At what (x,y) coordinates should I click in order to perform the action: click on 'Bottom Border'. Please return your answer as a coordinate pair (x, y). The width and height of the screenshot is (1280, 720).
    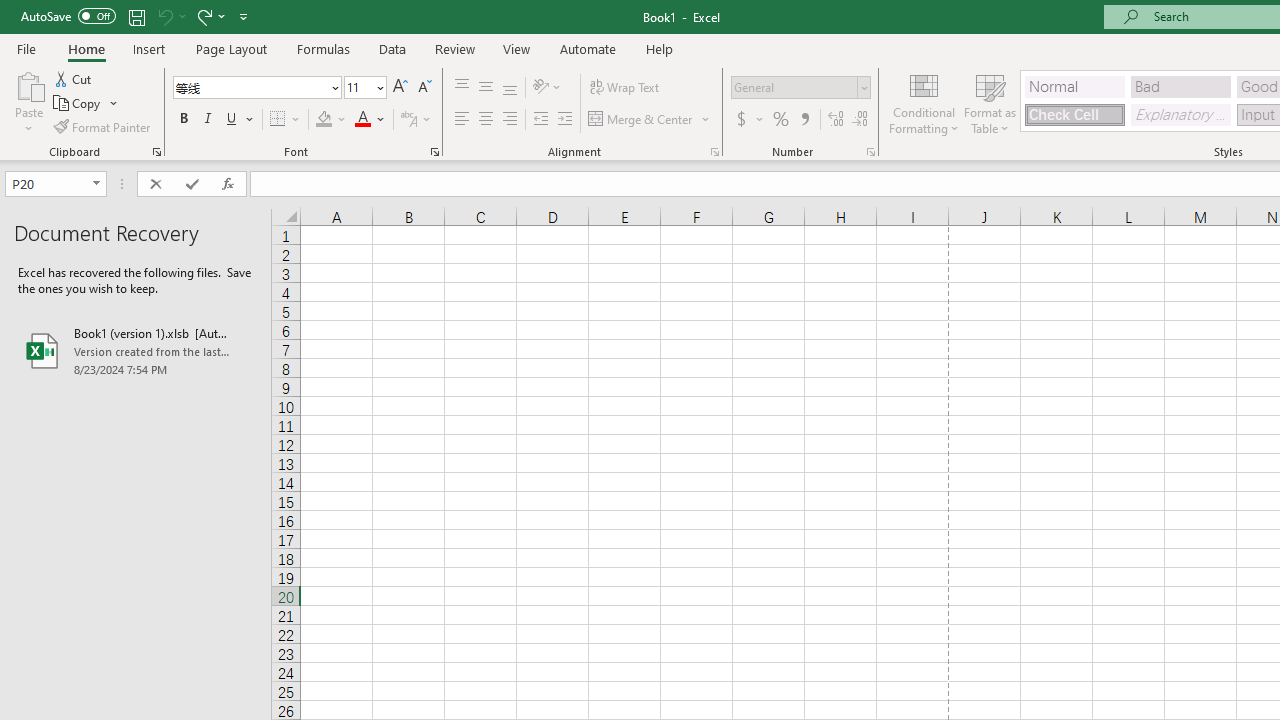
    Looking at the image, I should click on (277, 119).